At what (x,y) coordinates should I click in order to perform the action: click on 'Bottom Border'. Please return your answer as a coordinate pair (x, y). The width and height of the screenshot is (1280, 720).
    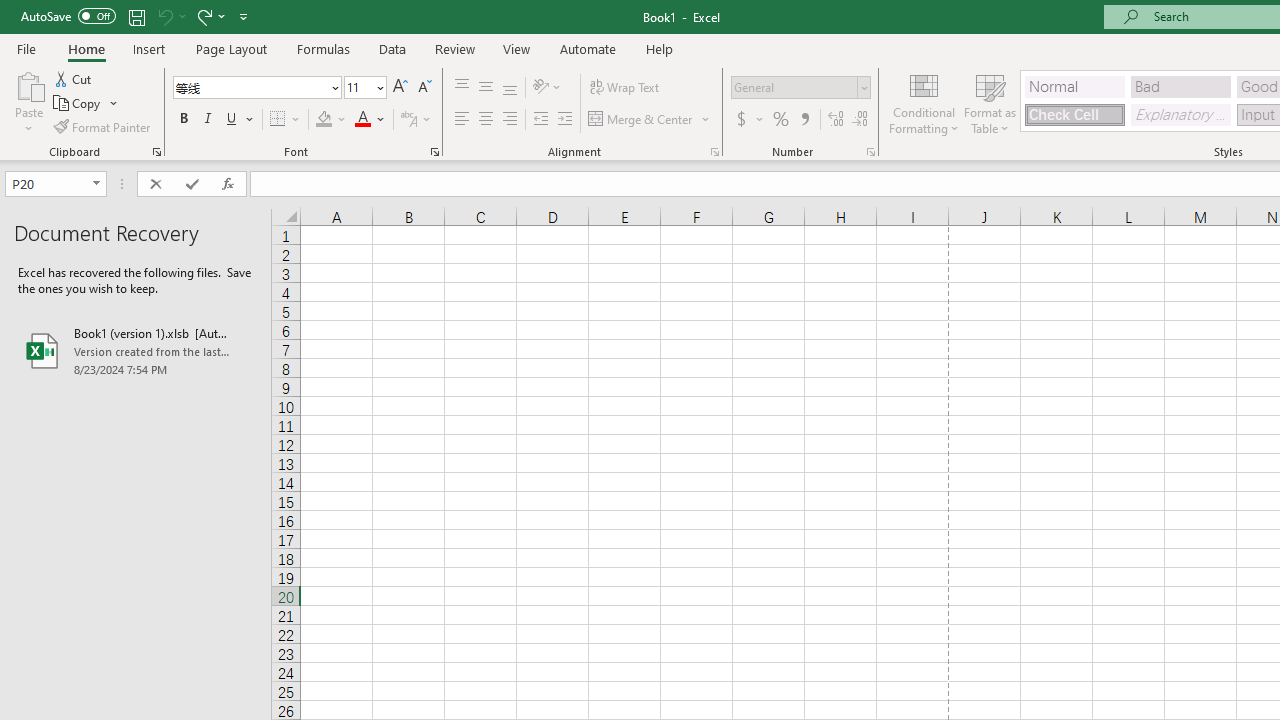
    Looking at the image, I should click on (277, 119).